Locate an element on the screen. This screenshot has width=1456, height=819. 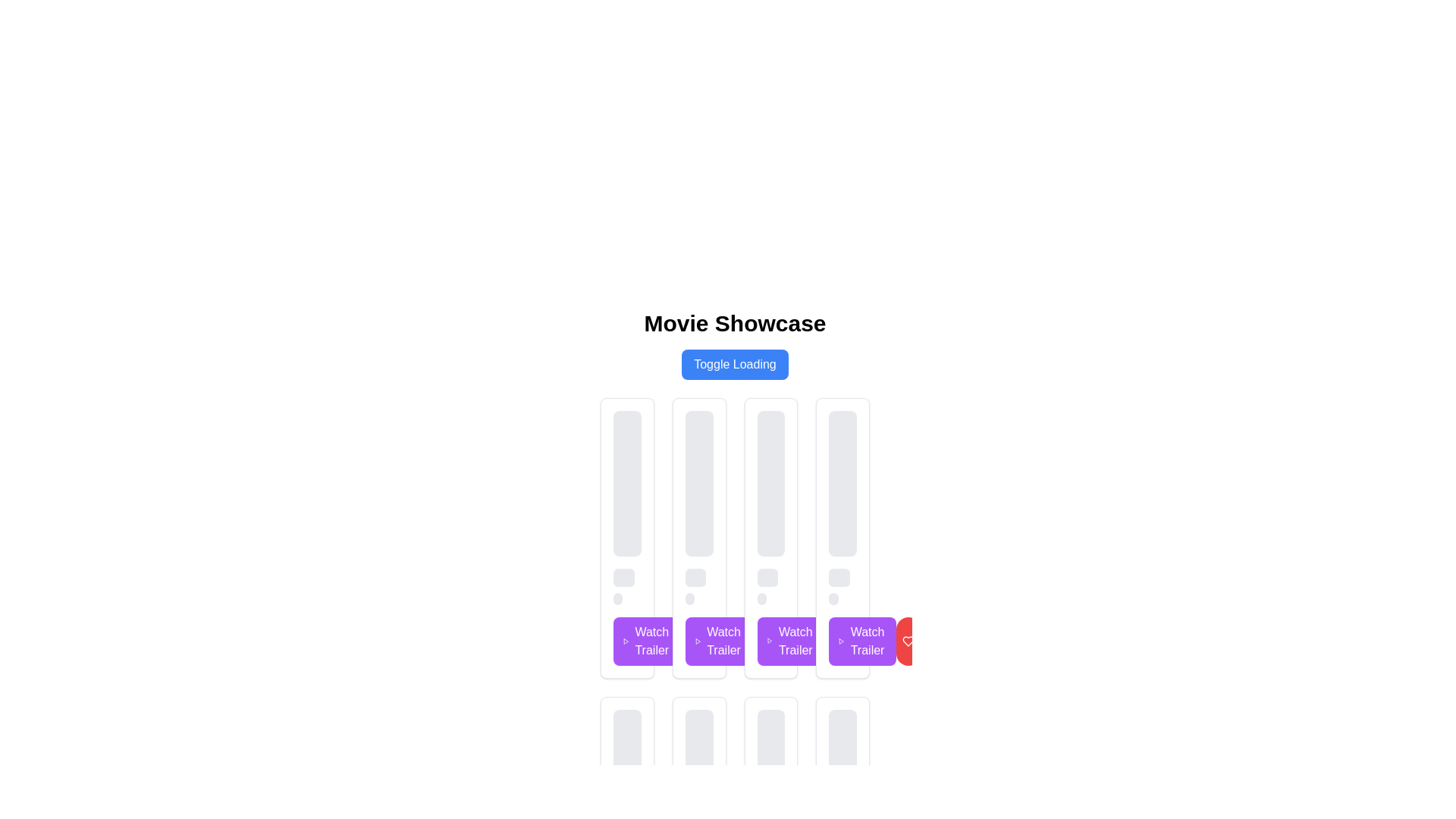
the sharing icon, which consists of three circles connected by lines, located within the fourth 'Watch Trailer' button from the left, styled with a blue background and white text is located at coordinates (722, 641).